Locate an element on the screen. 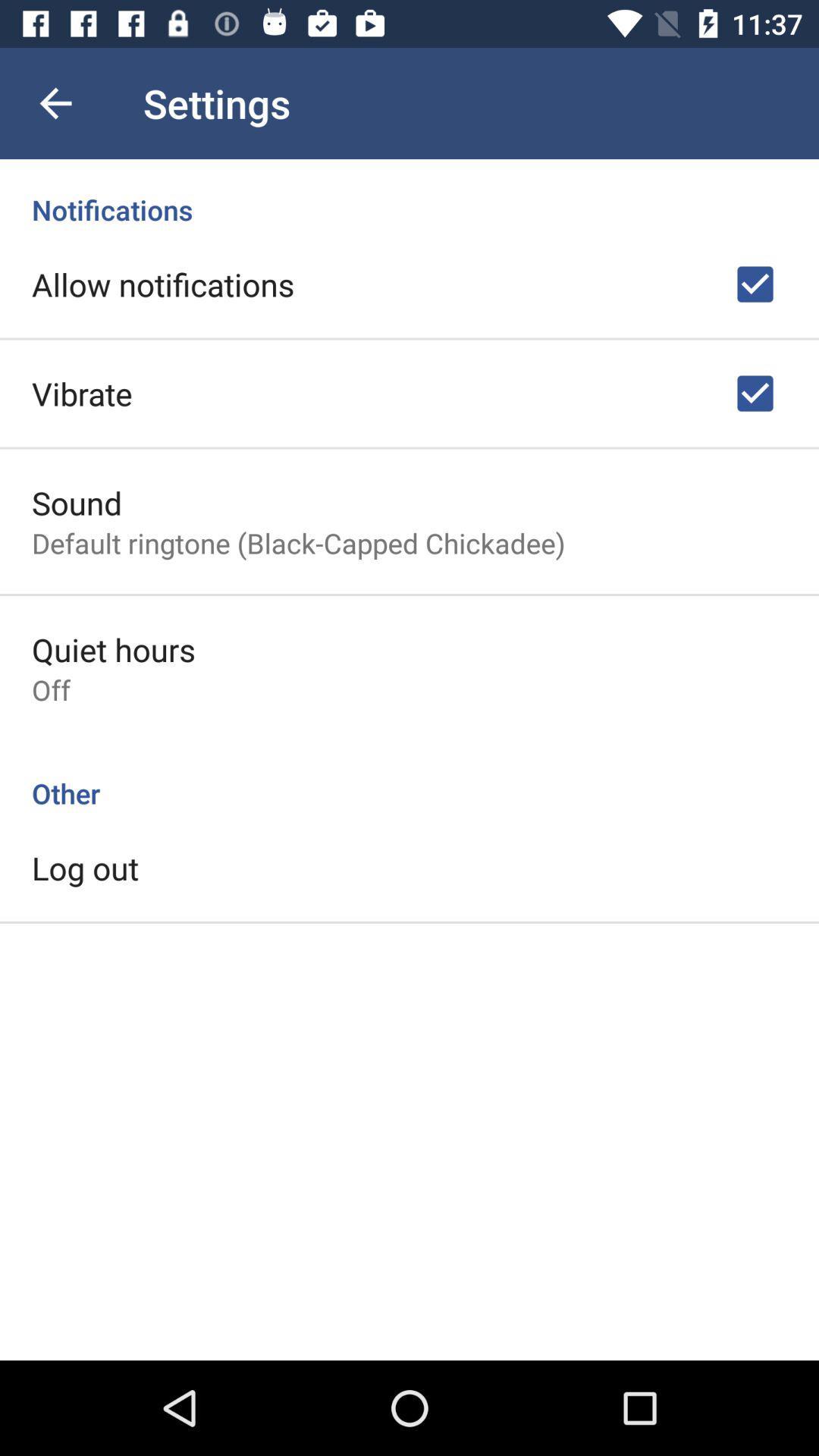 Image resolution: width=819 pixels, height=1456 pixels. the sound is located at coordinates (77, 502).